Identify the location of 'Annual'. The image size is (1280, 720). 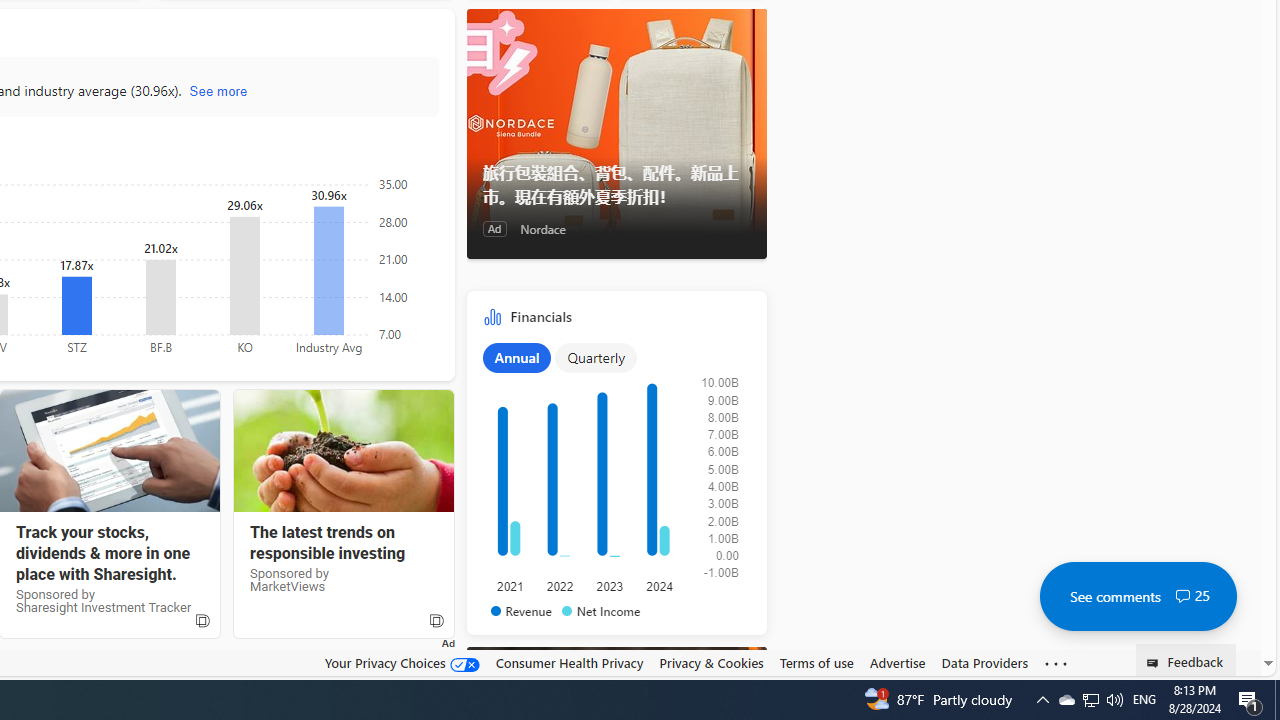
(517, 356).